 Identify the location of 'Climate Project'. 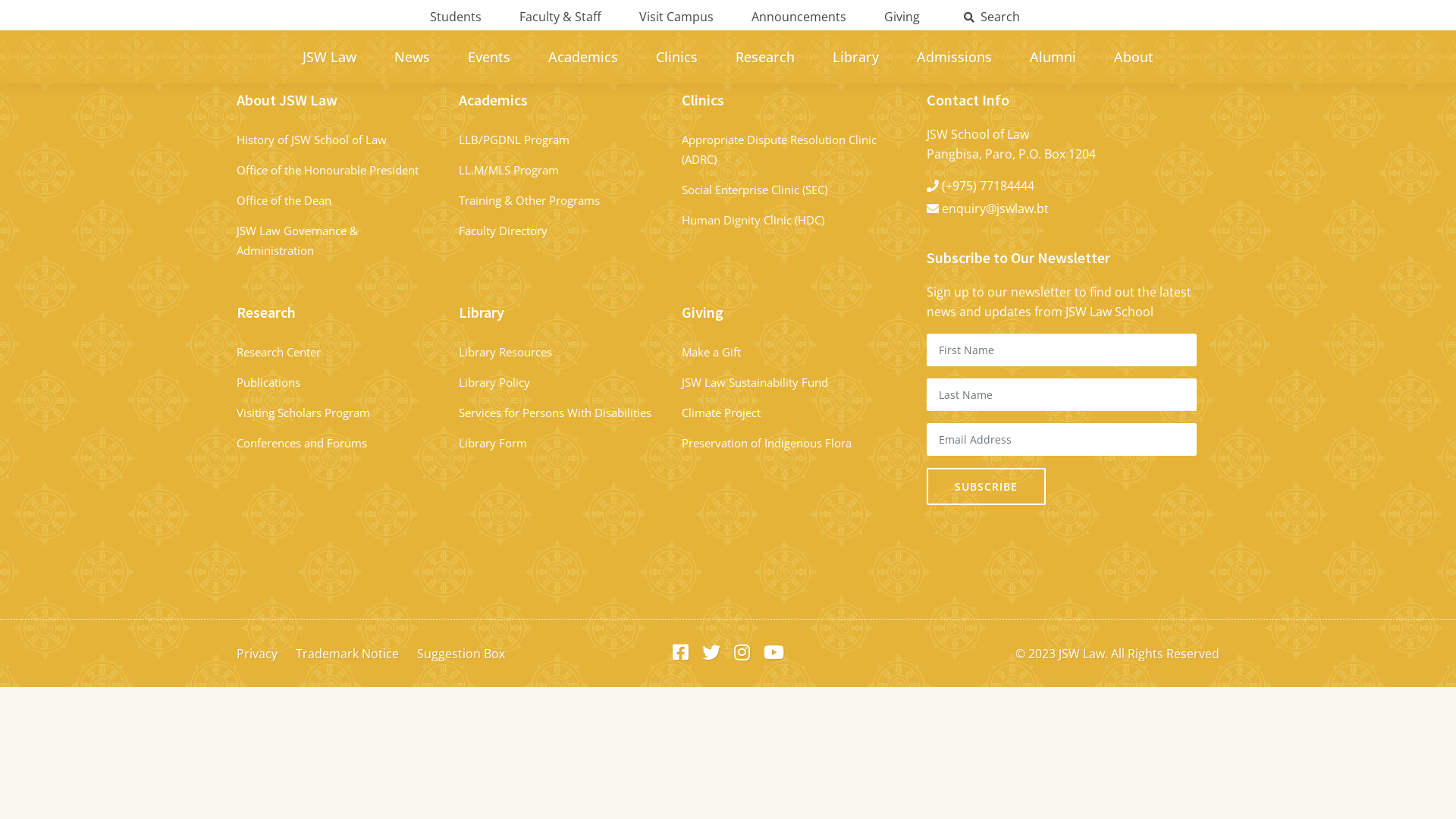
(720, 412).